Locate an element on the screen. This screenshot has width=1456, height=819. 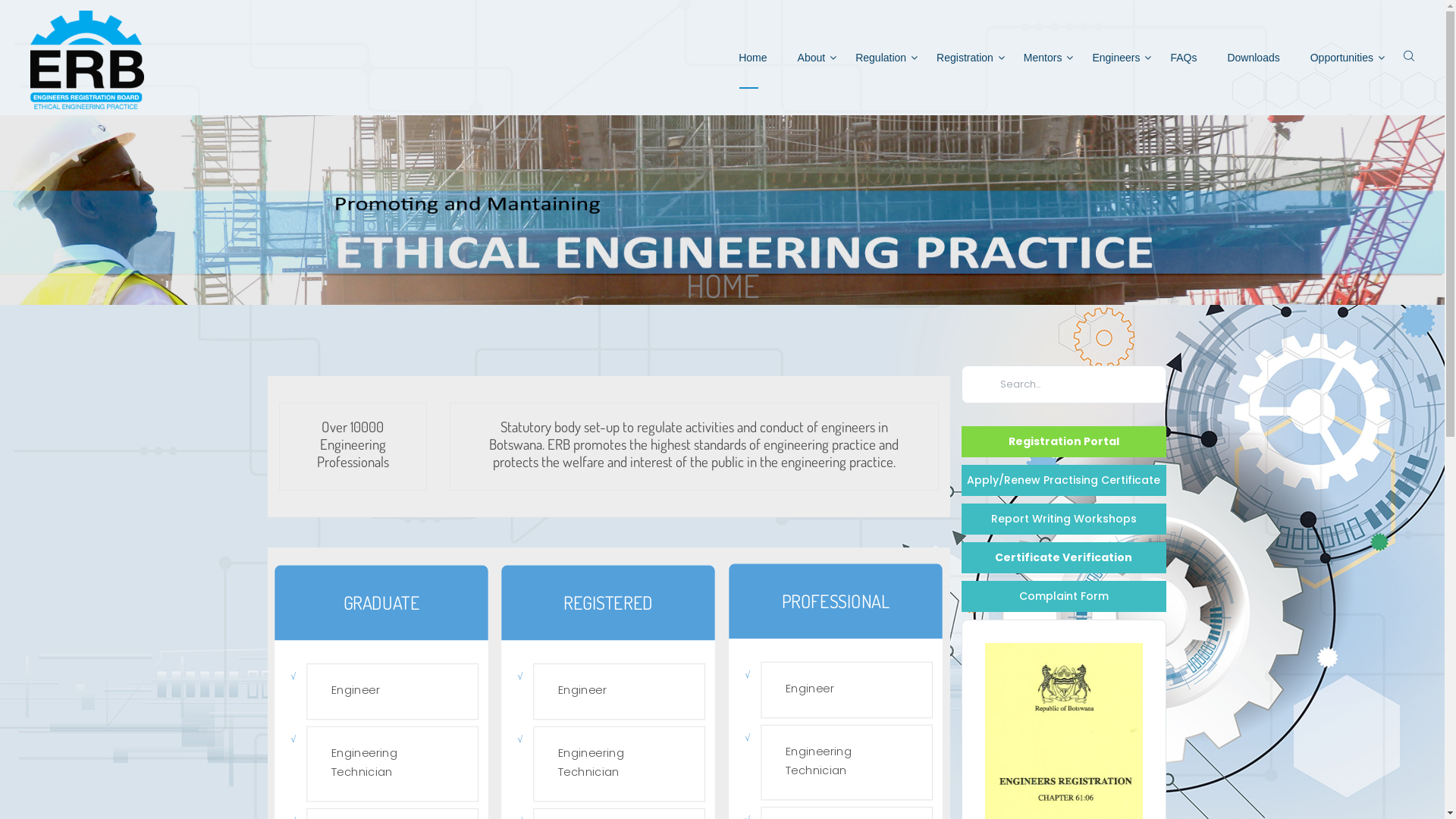
'Apply/Renew Practising Certificate' is located at coordinates (1062, 480).